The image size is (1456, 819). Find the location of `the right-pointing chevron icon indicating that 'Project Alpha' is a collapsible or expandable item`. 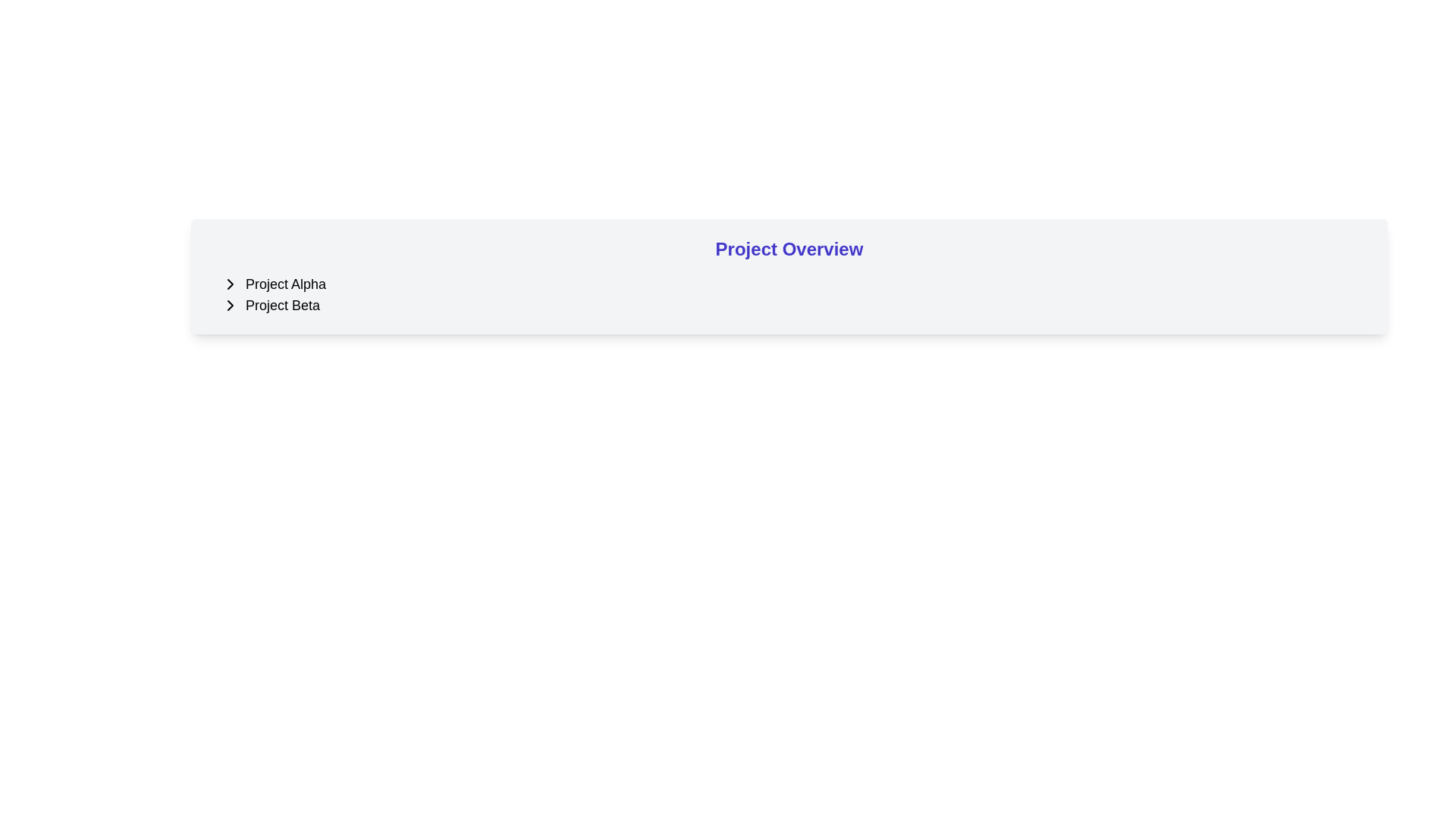

the right-pointing chevron icon indicating that 'Project Alpha' is a collapsible or expandable item is located at coordinates (229, 284).